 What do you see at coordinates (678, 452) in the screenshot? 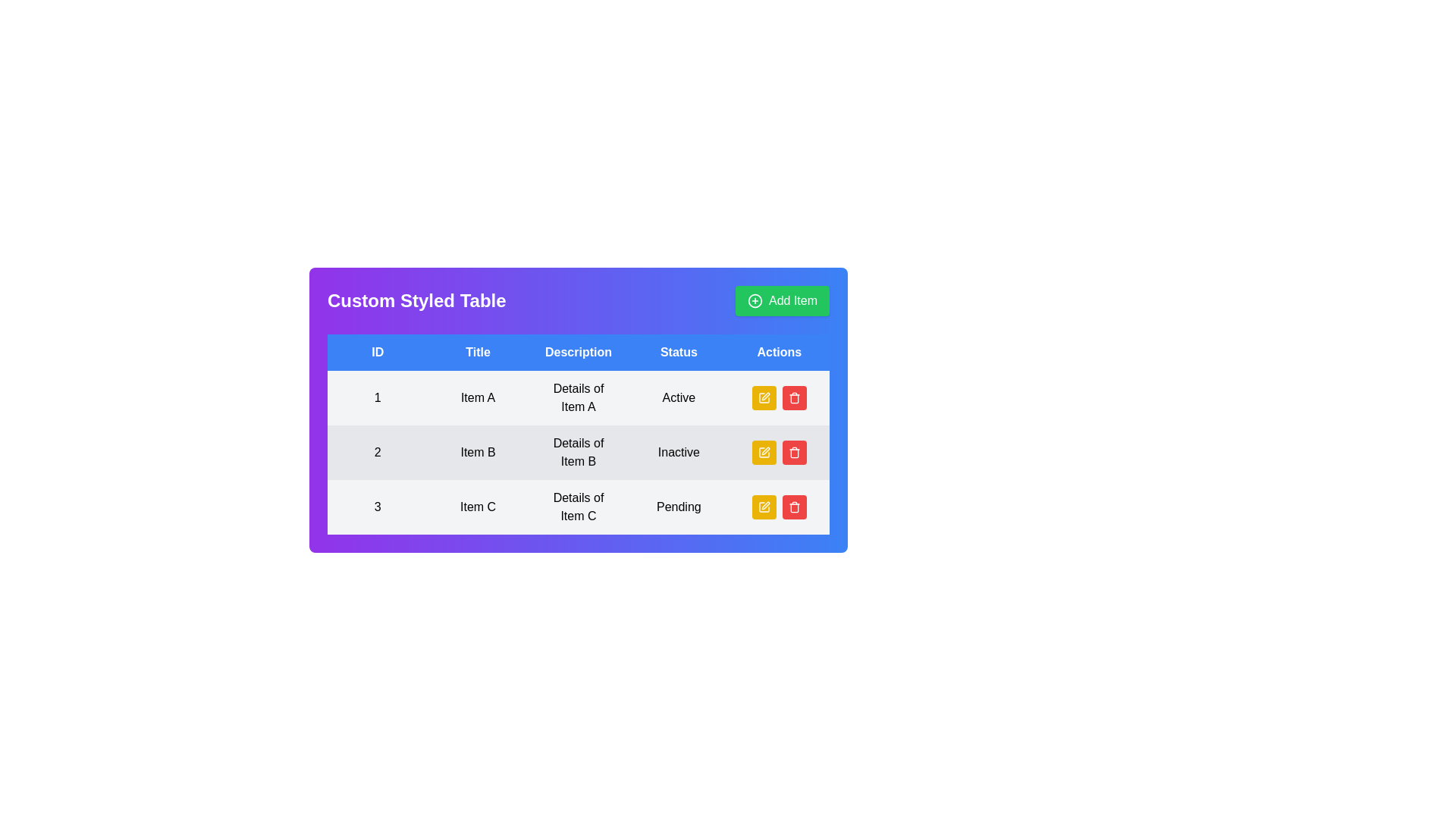
I see `the status indicator for 'Item B' in the fourth column of the second row of the table, which shows that the item is inactive` at bounding box center [678, 452].